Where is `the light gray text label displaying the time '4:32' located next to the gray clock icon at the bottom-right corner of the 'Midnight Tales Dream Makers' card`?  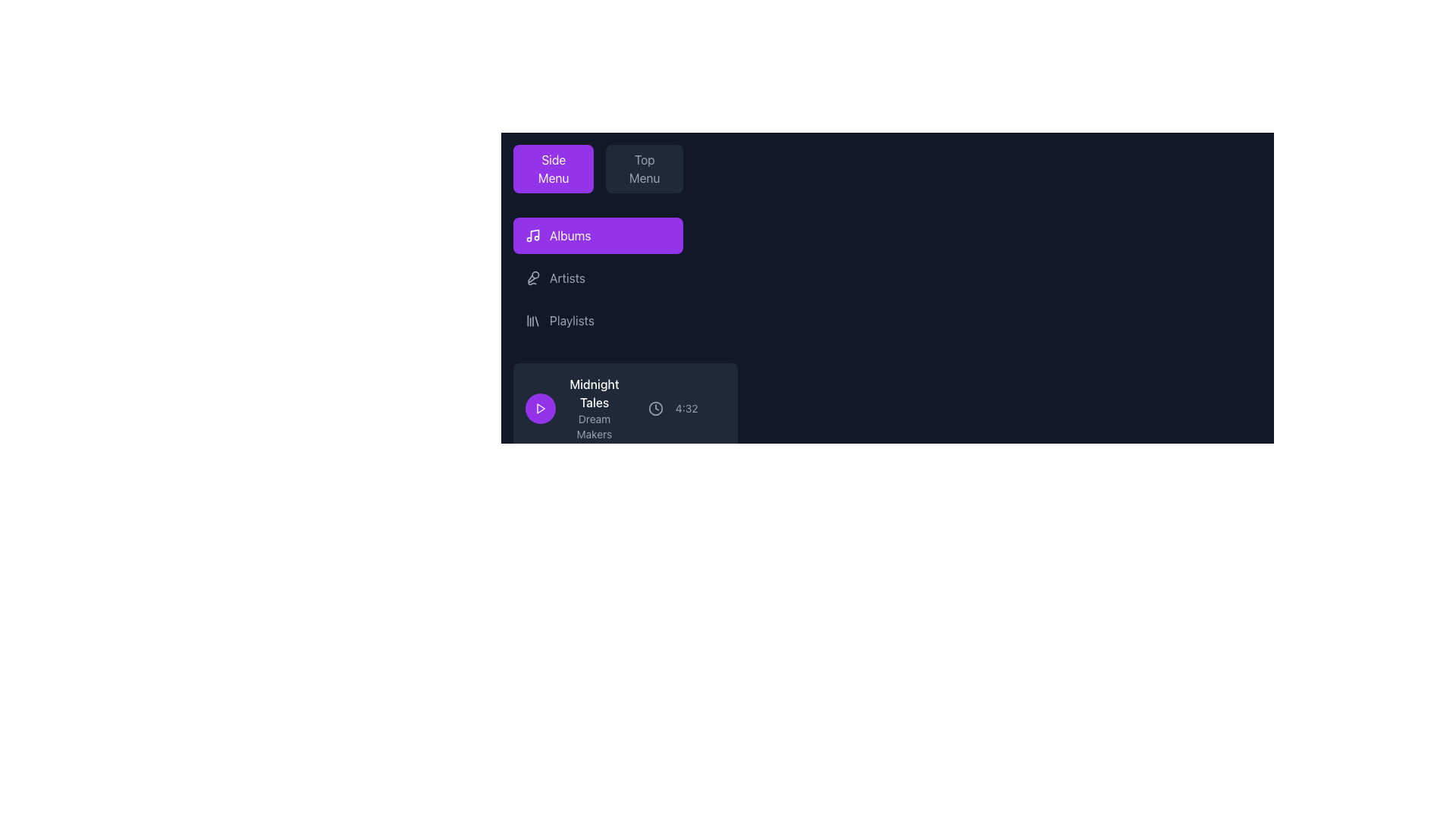
the light gray text label displaying the time '4:32' located next to the gray clock icon at the bottom-right corner of the 'Midnight Tales Dream Makers' card is located at coordinates (672, 408).